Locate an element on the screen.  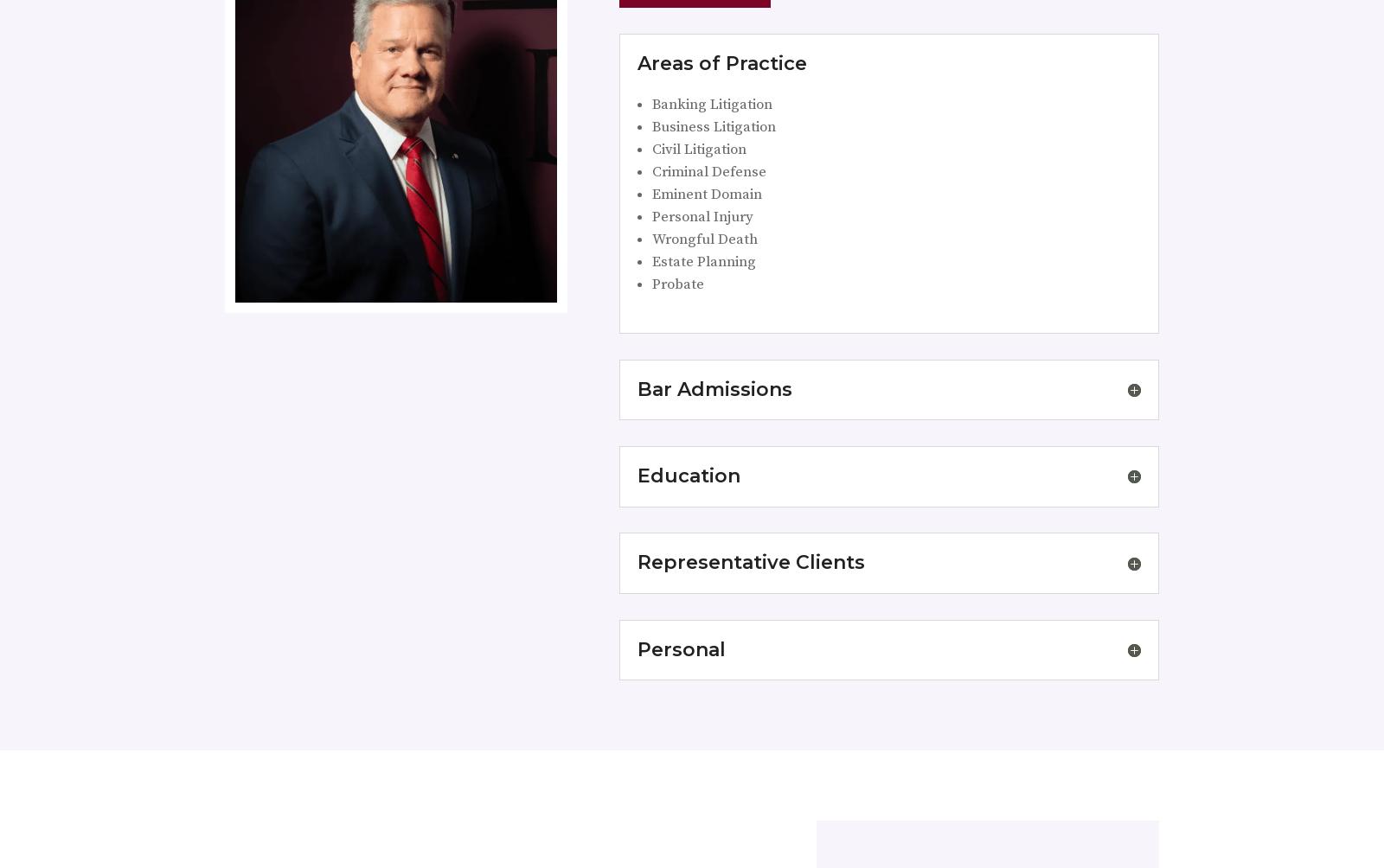
'Eminent Domain' is located at coordinates (705, 193).